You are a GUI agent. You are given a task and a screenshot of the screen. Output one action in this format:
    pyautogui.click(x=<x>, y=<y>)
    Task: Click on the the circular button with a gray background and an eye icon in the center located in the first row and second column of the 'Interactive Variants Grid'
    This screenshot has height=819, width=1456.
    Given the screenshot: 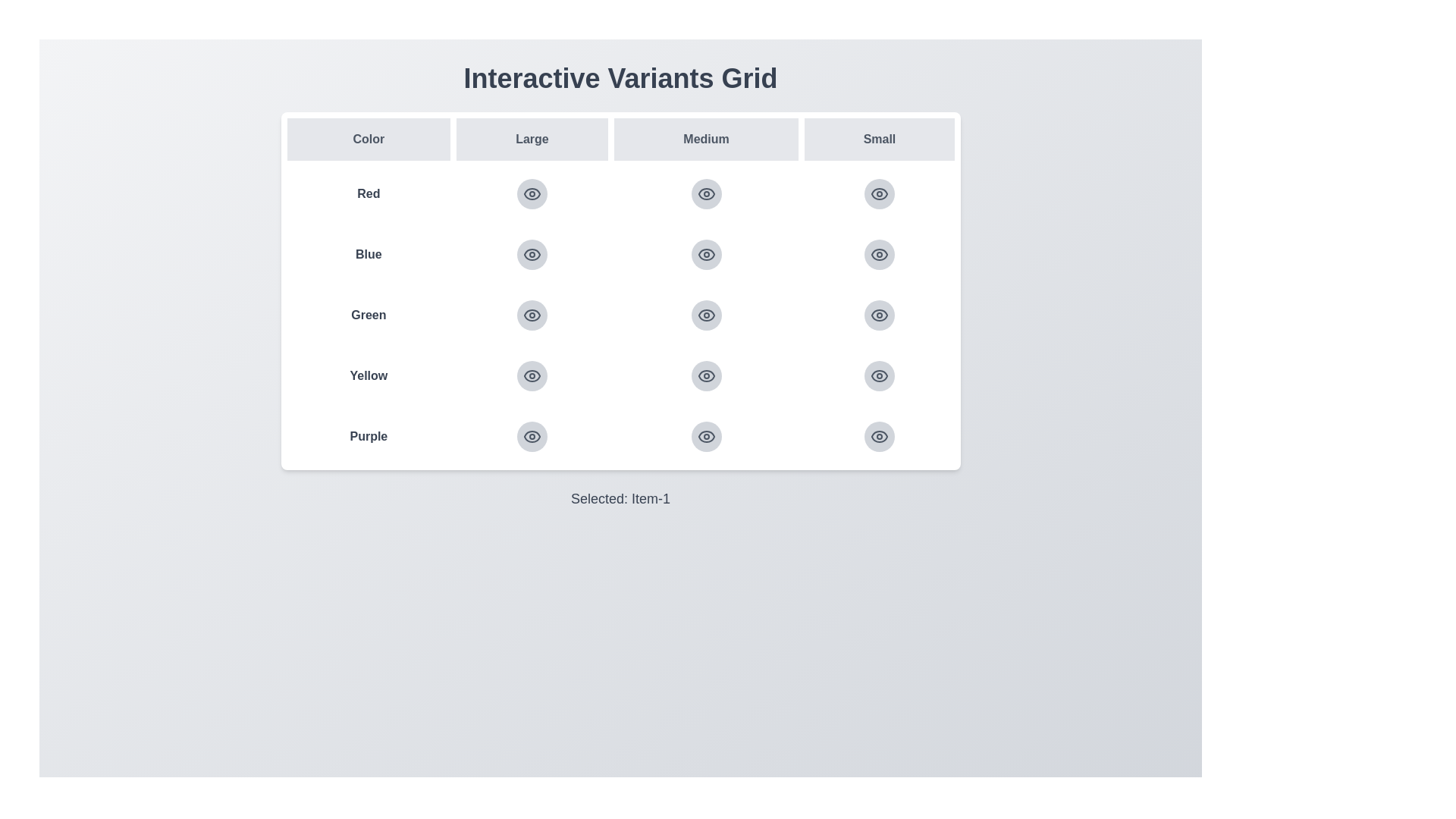 What is the action you would take?
    pyautogui.click(x=532, y=193)
    